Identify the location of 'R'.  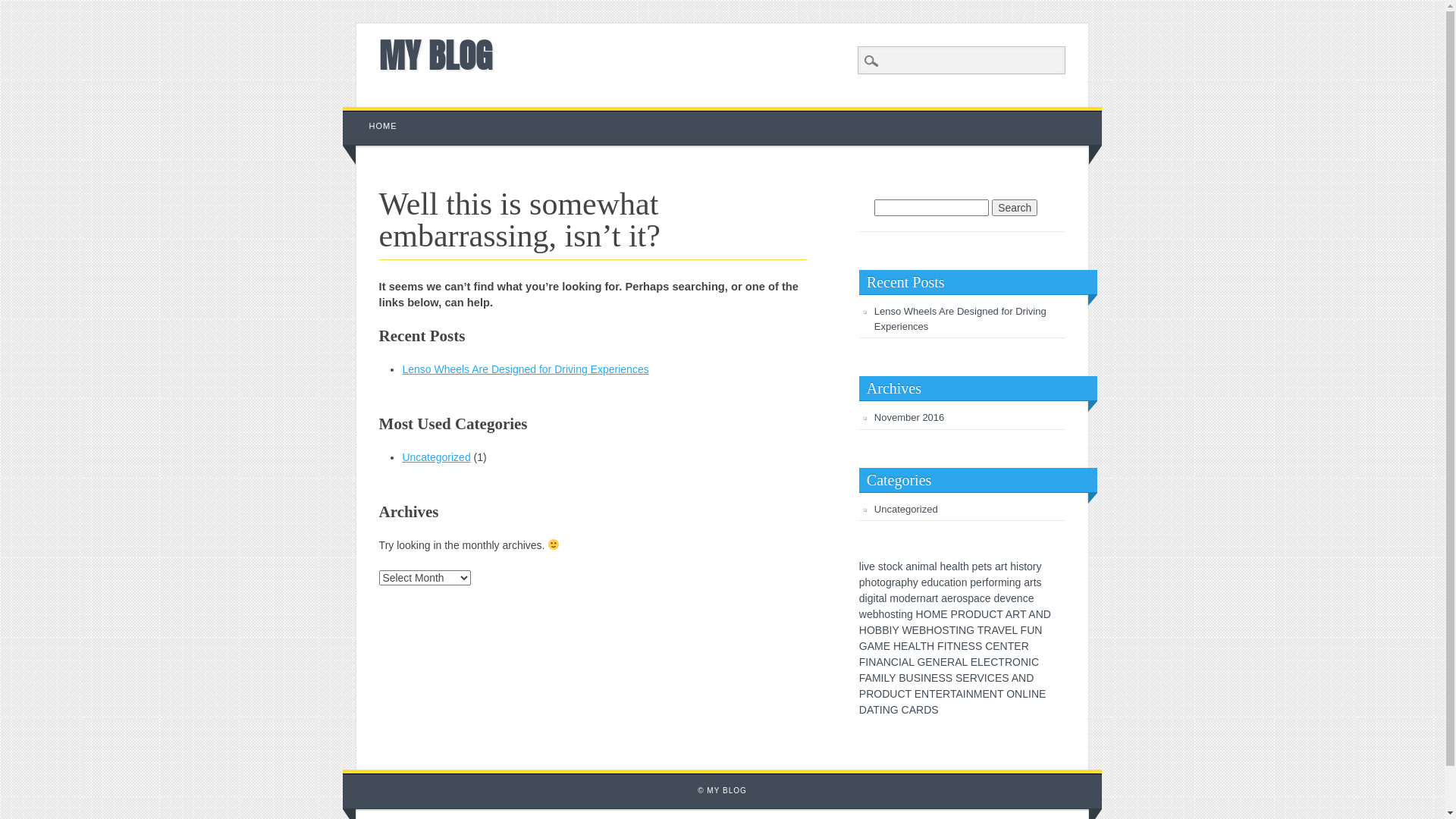
(919, 710).